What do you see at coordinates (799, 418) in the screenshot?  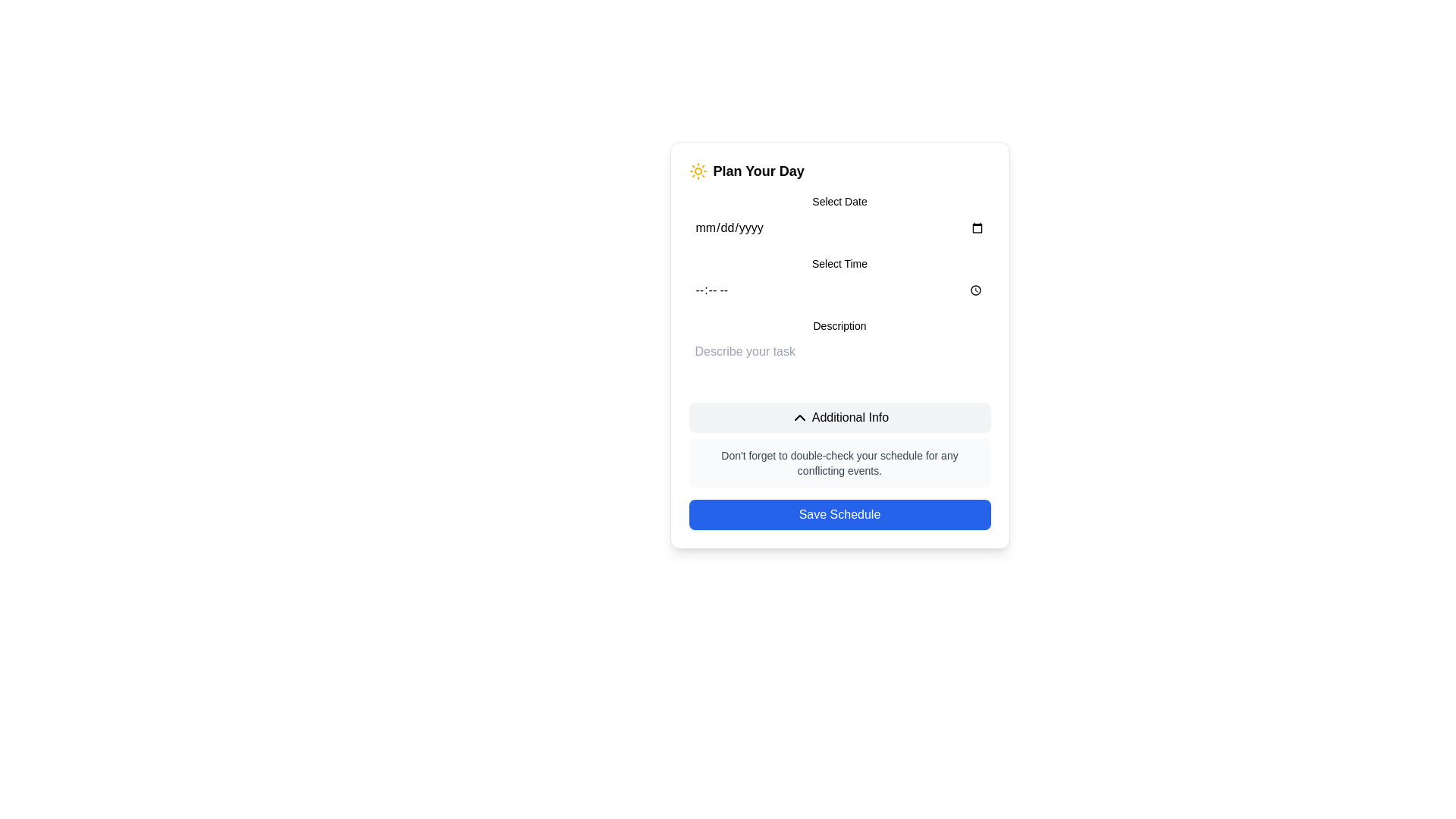 I see `the upward-pointing arrow icon inside the 'Additional Info' button` at bounding box center [799, 418].